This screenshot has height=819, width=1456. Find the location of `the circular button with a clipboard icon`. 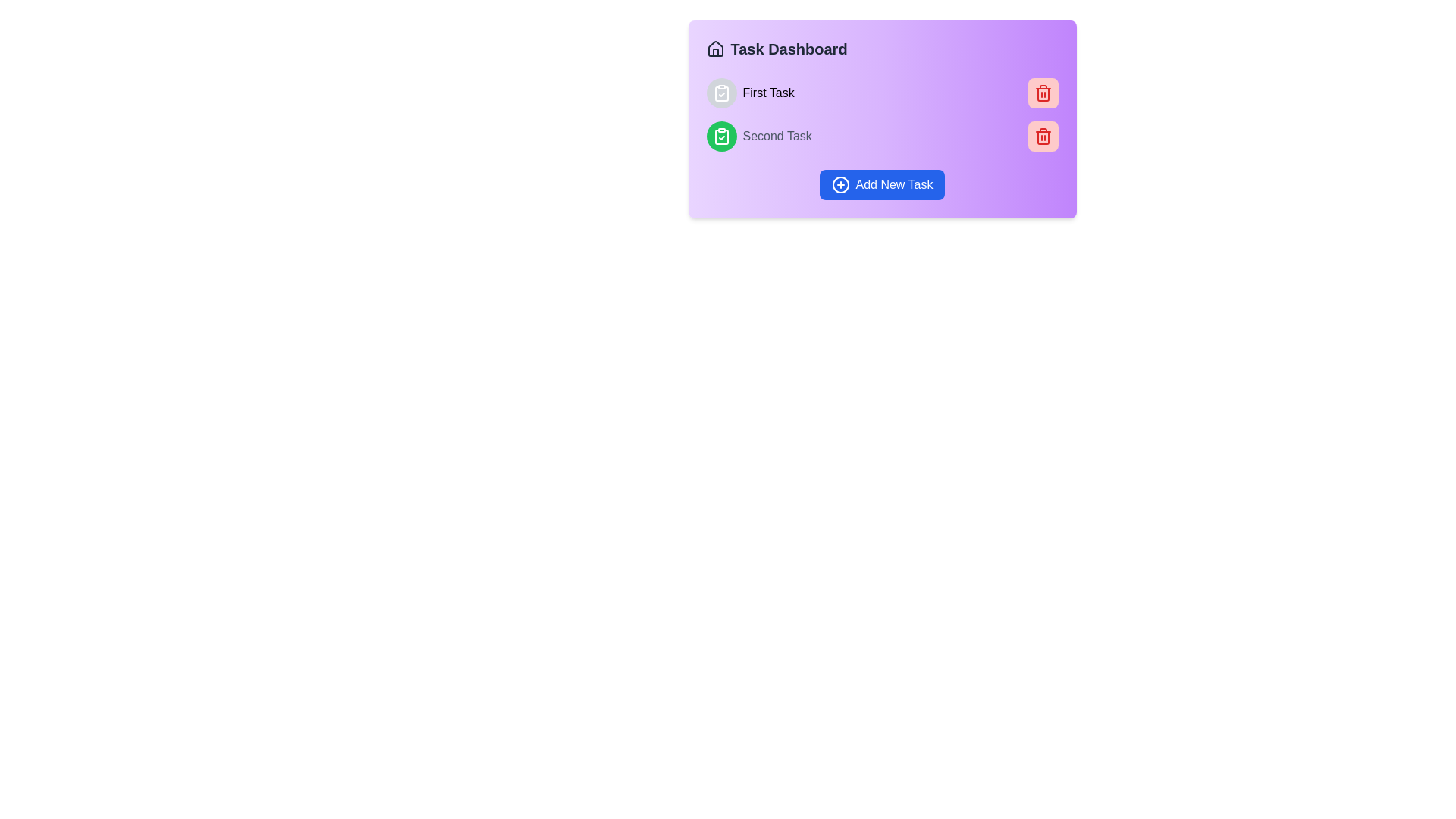

the circular button with a clipboard icon is located at coordinates (720, 93).